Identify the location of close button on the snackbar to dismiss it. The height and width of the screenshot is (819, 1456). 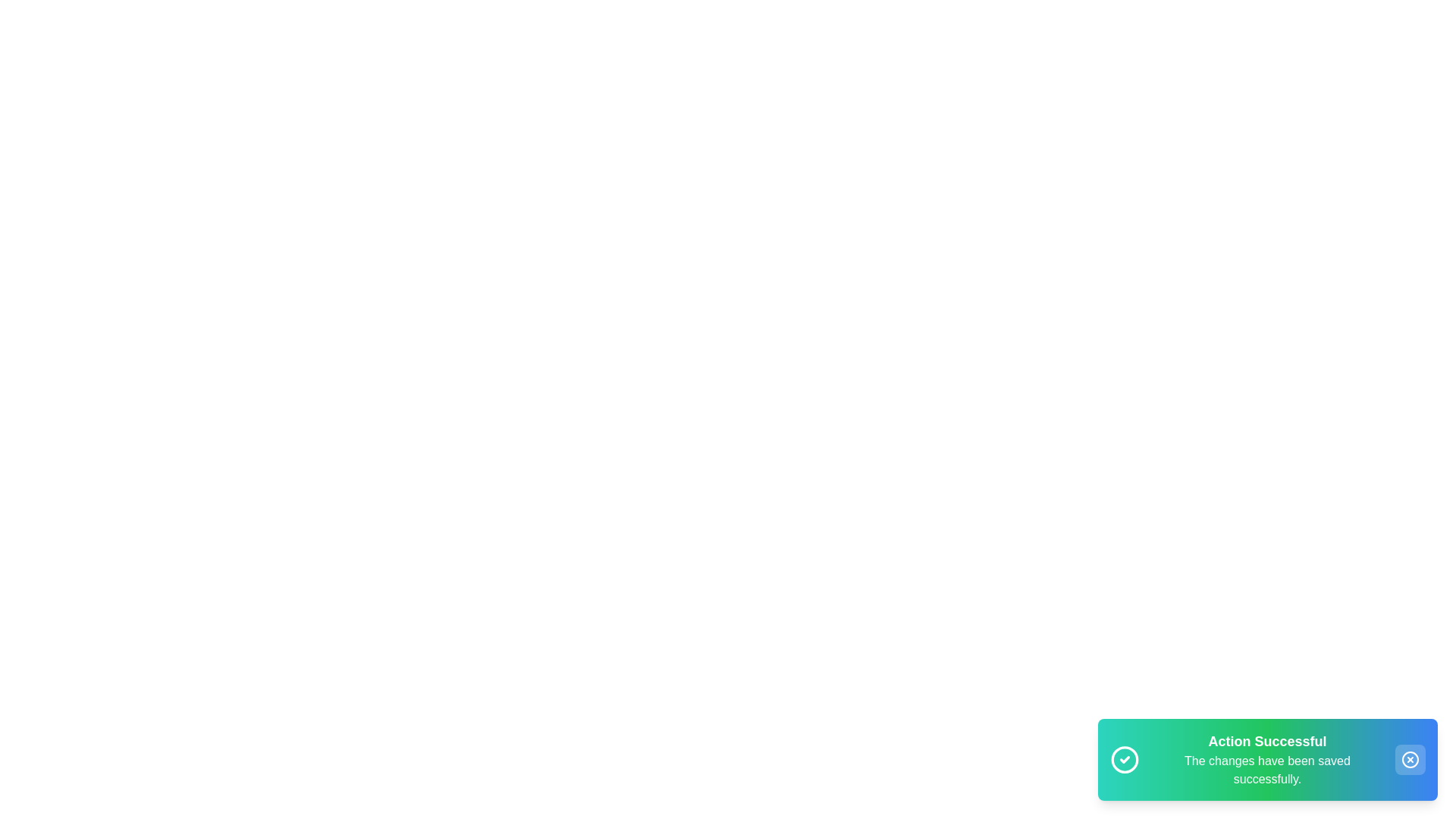
(1410, 760).